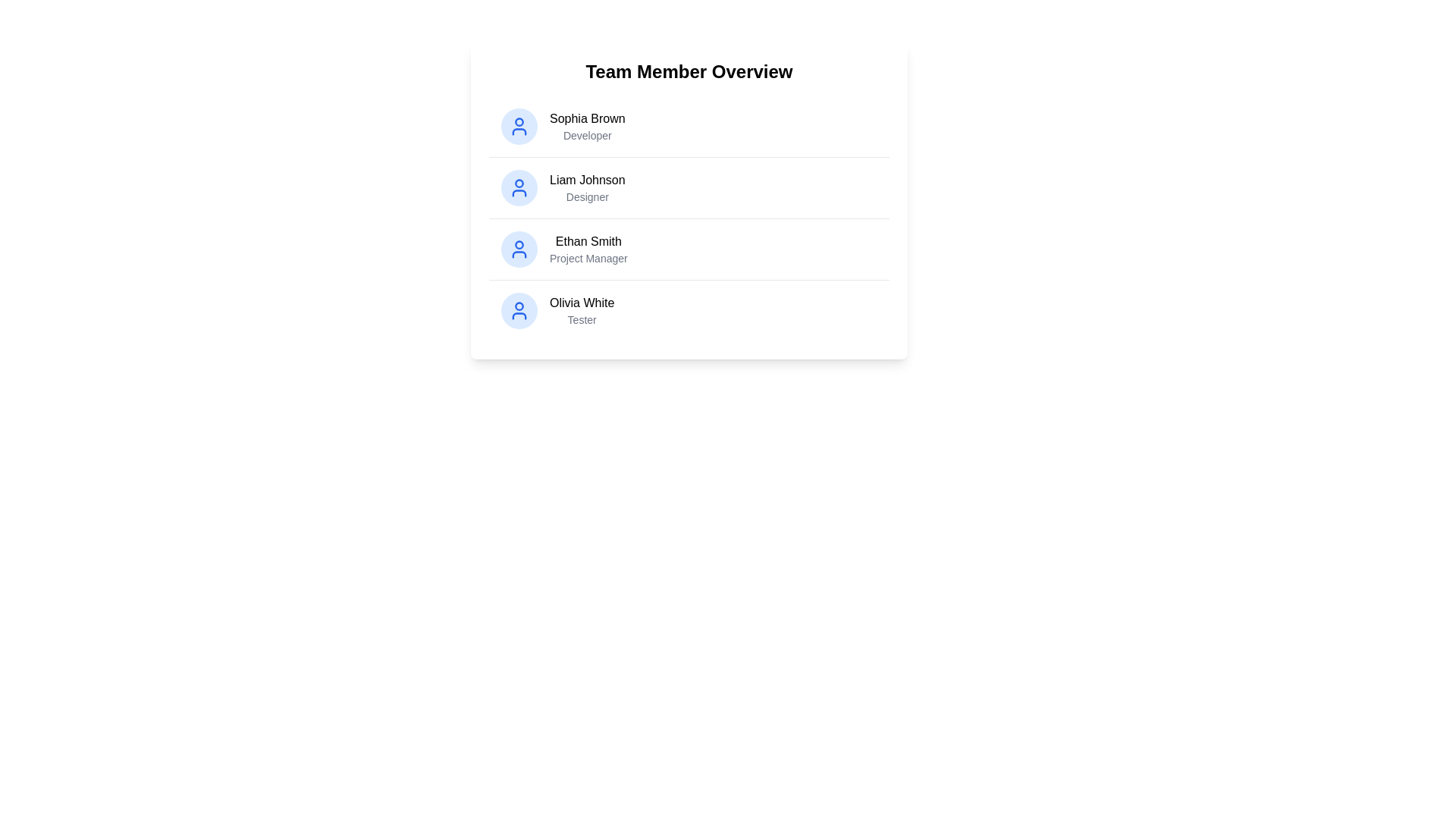  Describe the element at coordinates (519, 244) in the screenshot. I see `and identify the blue circular shape inside the user avatar icon, which is located adjacent to the name 'Ethan Smith' and the role 'Project Manager.'` at that location.